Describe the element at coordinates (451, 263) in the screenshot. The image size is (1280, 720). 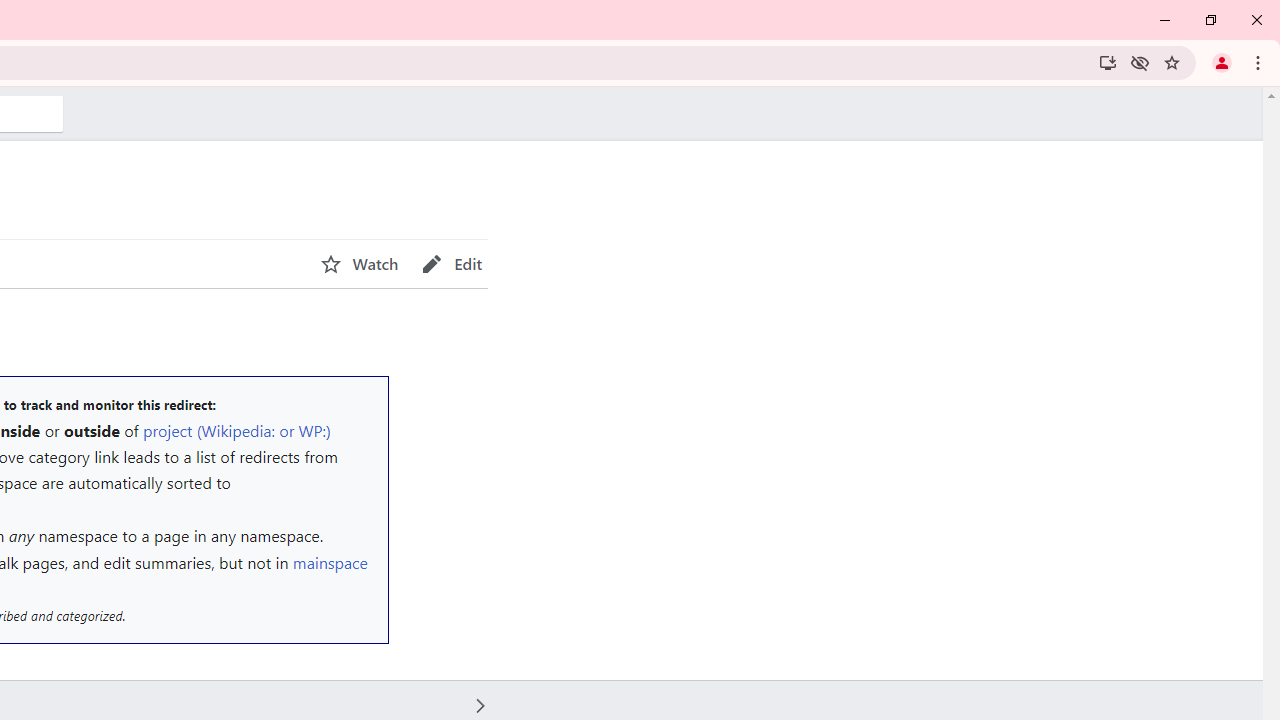
I see `'AutomationID: page-actions-edit'` at that location.